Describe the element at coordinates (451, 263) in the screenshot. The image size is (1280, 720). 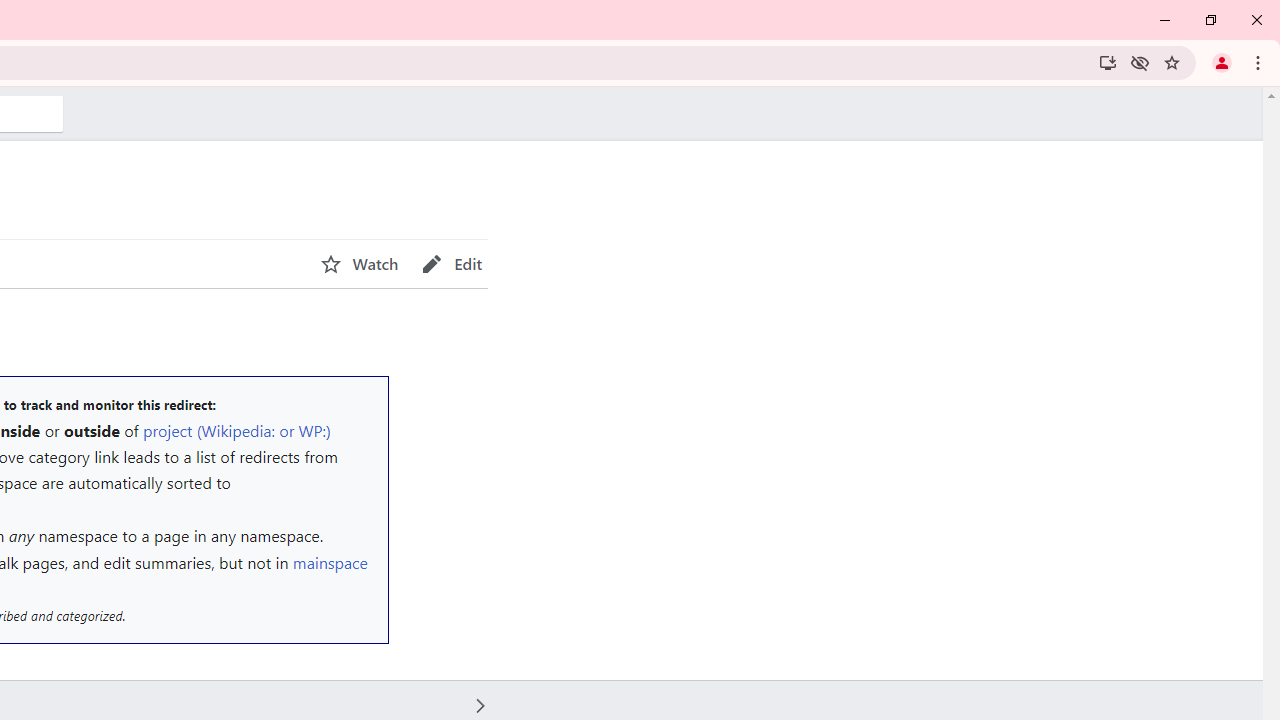
I see `'AutomationID: page-actions-edit'` at that location.